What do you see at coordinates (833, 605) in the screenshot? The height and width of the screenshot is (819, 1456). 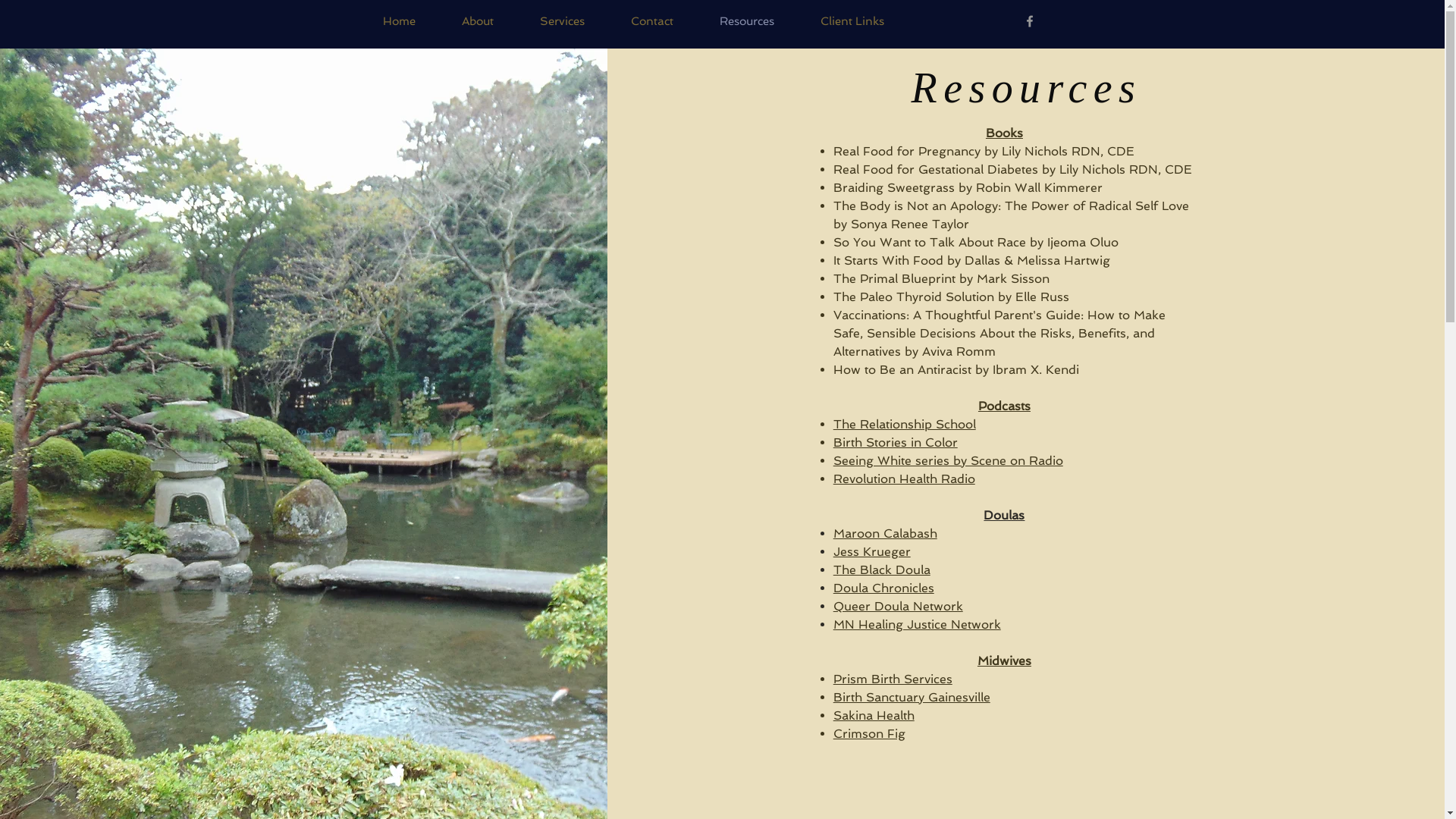 I see `'Queer Doula Network'` at bounding box center [833, 605].